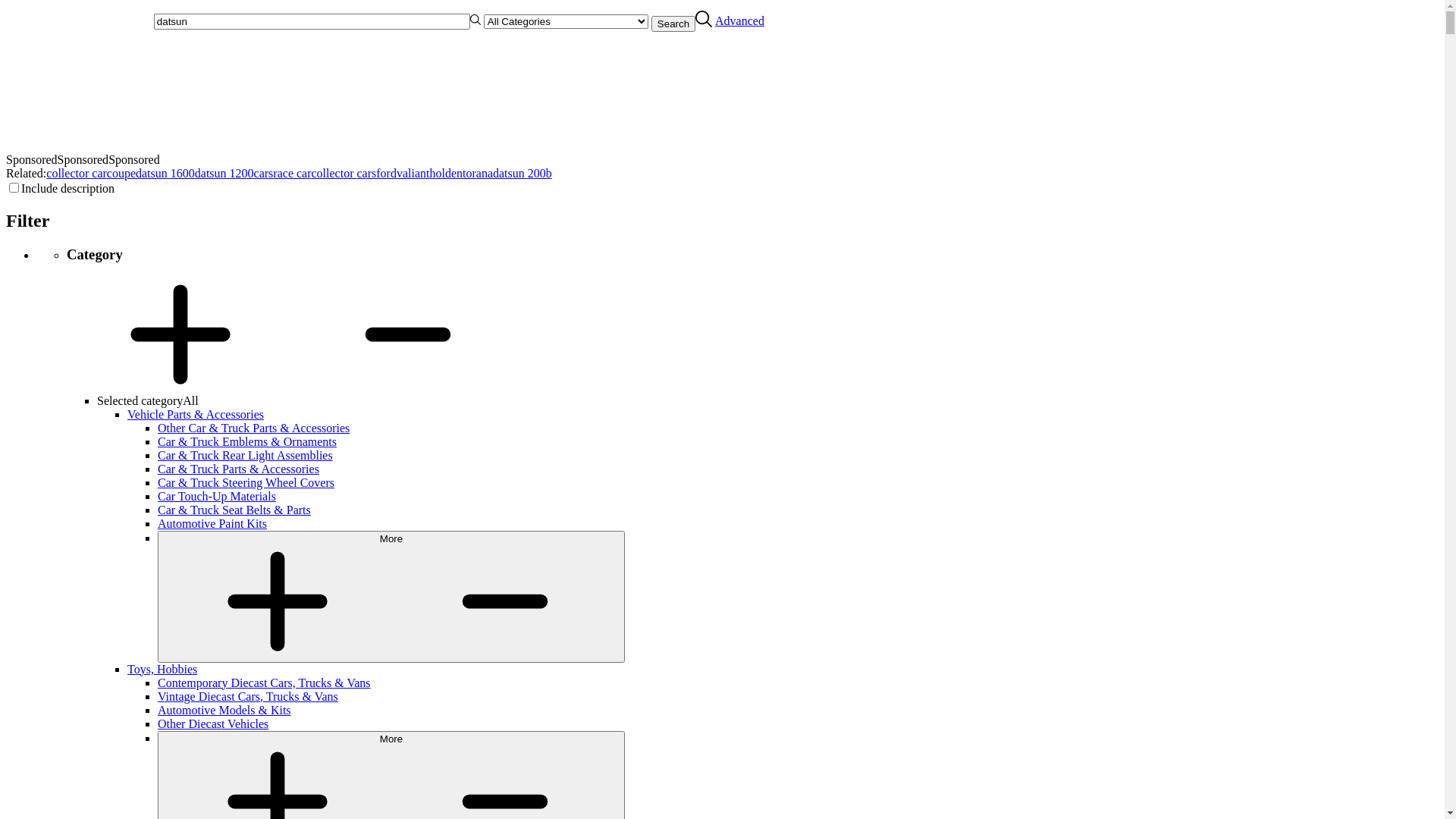 The image size is (1456, 819). What do you see at coordinates (739, 20) in the screenshot?
I see `'Advanced'` at bounding box center [739, 20].